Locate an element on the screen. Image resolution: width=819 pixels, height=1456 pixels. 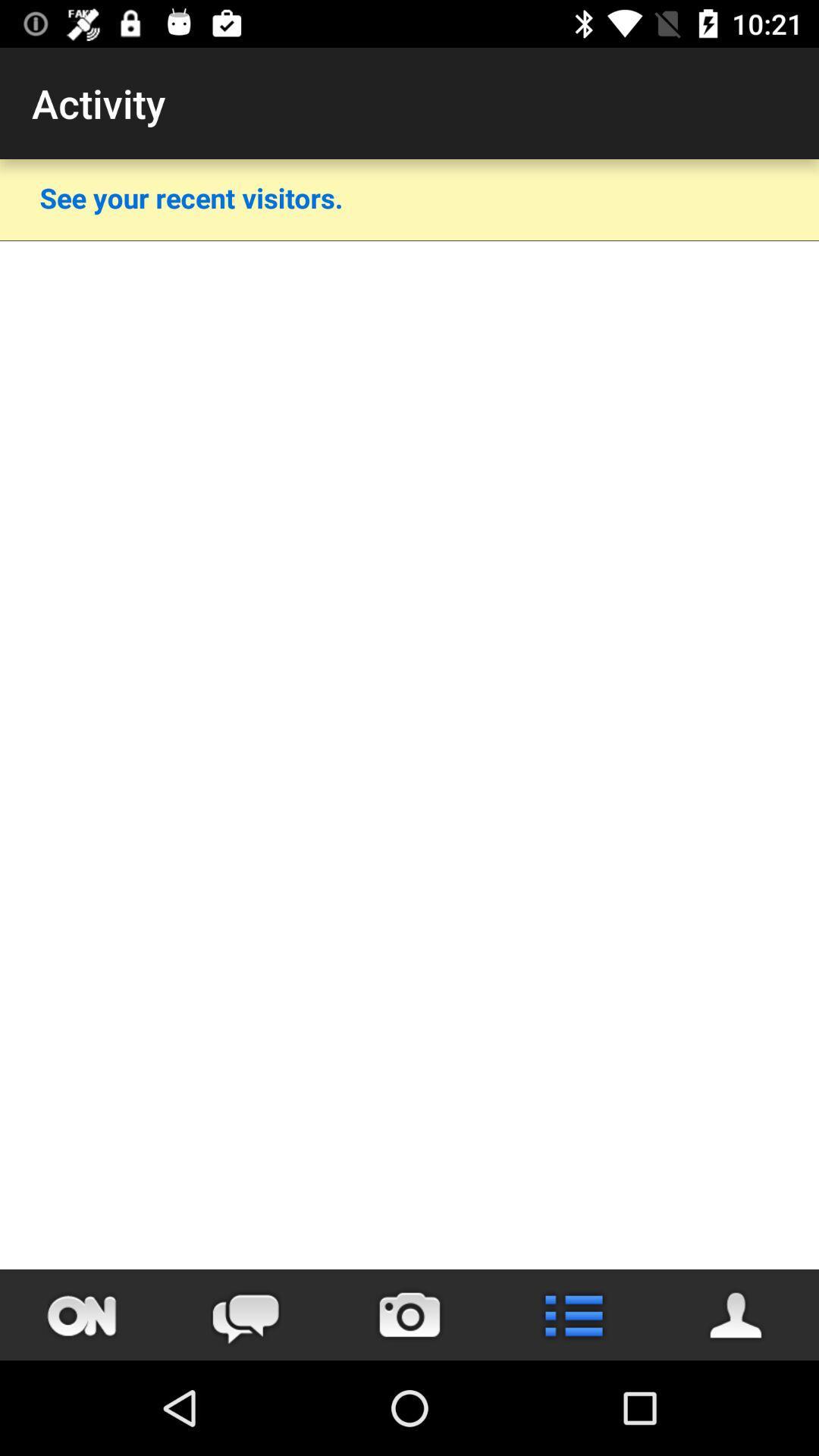
newsfeed is located at coordinates (573, 1314).